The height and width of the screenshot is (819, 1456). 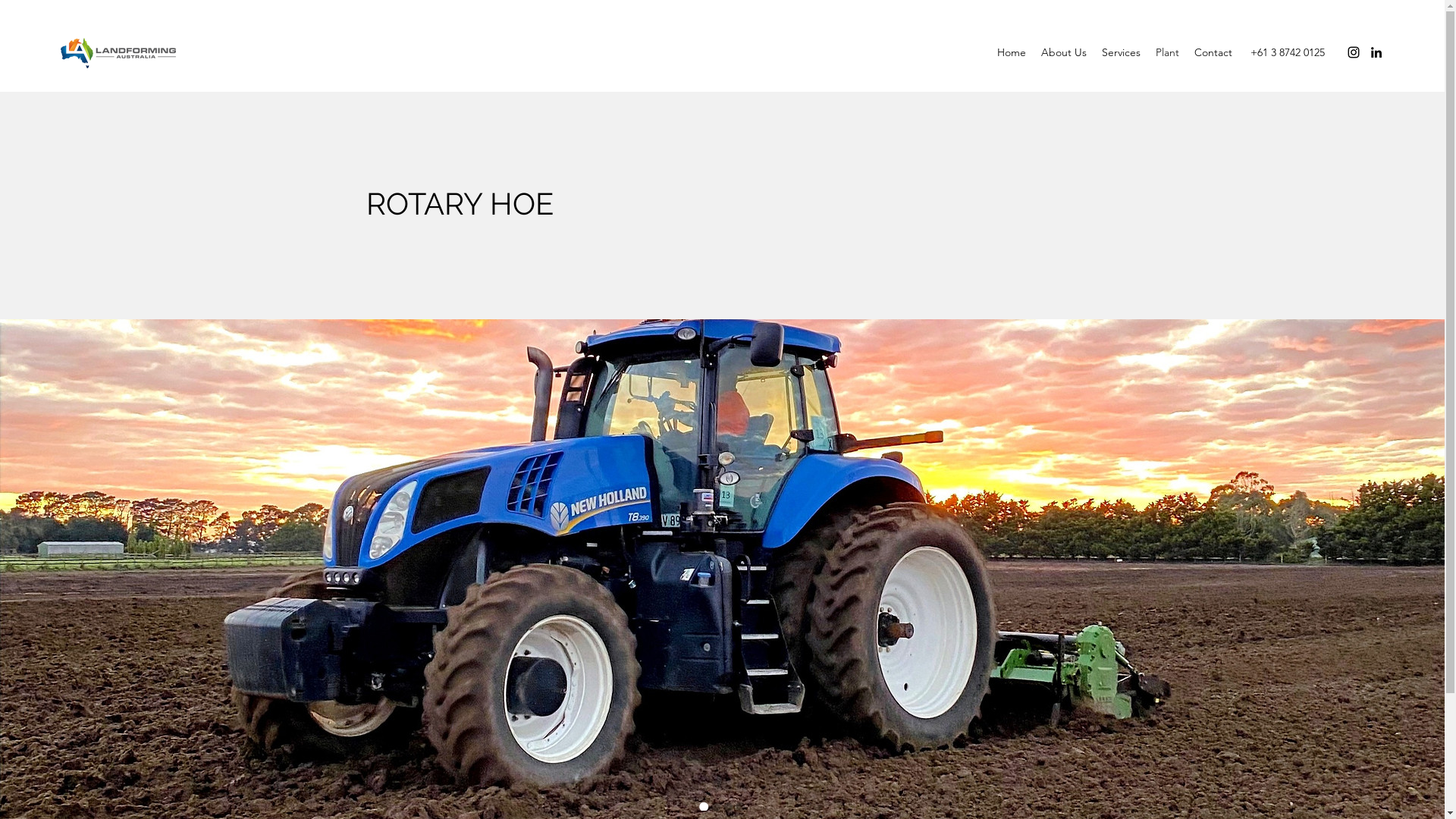 I want to click on 'Home', so click(x=990, y=52).